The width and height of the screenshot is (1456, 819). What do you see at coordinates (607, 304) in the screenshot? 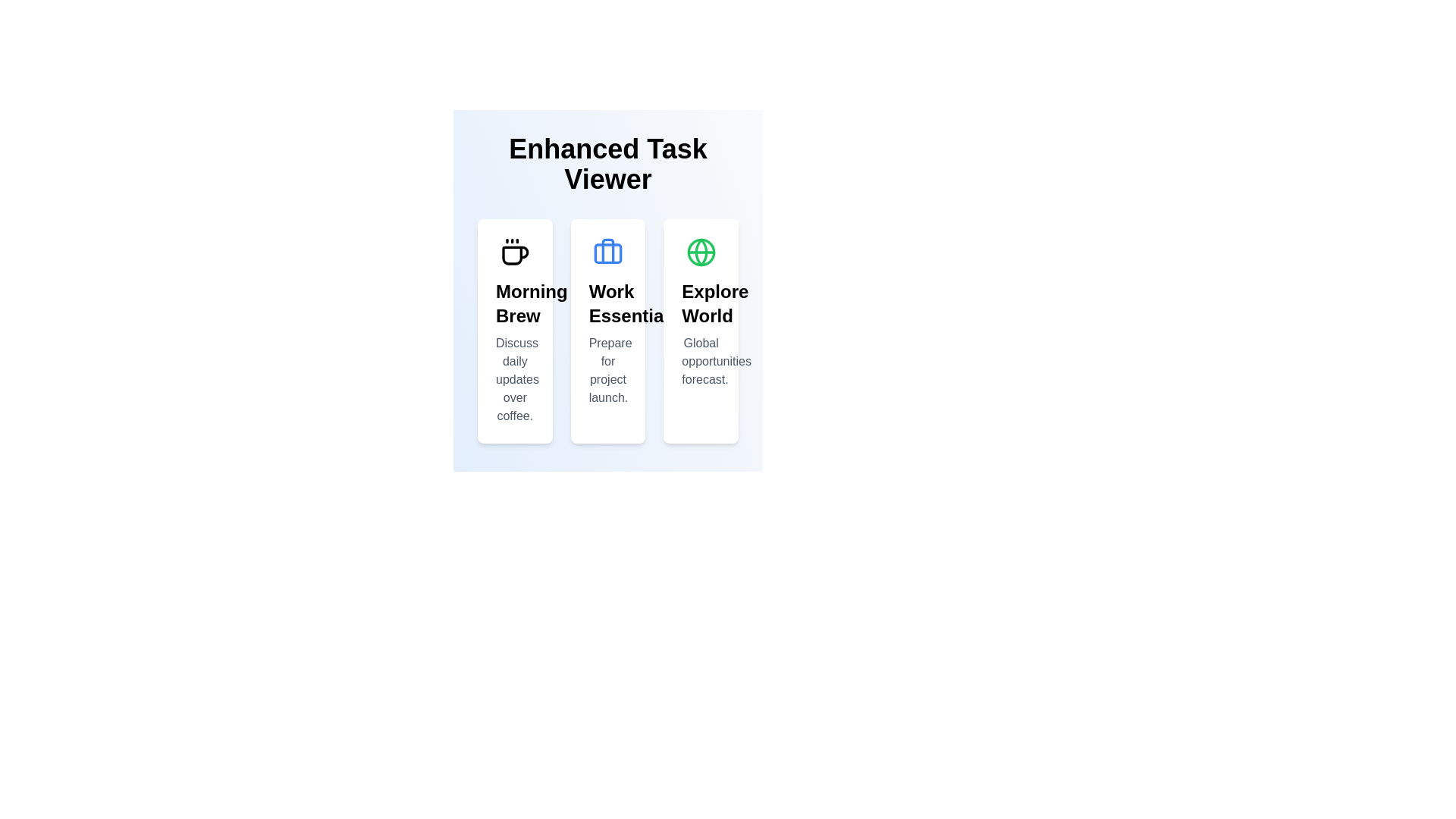
I see `the 'Work Essentials' text label, which is in bold font and serves as a title in the middle column of the layout` at bounding box center [607, 304].